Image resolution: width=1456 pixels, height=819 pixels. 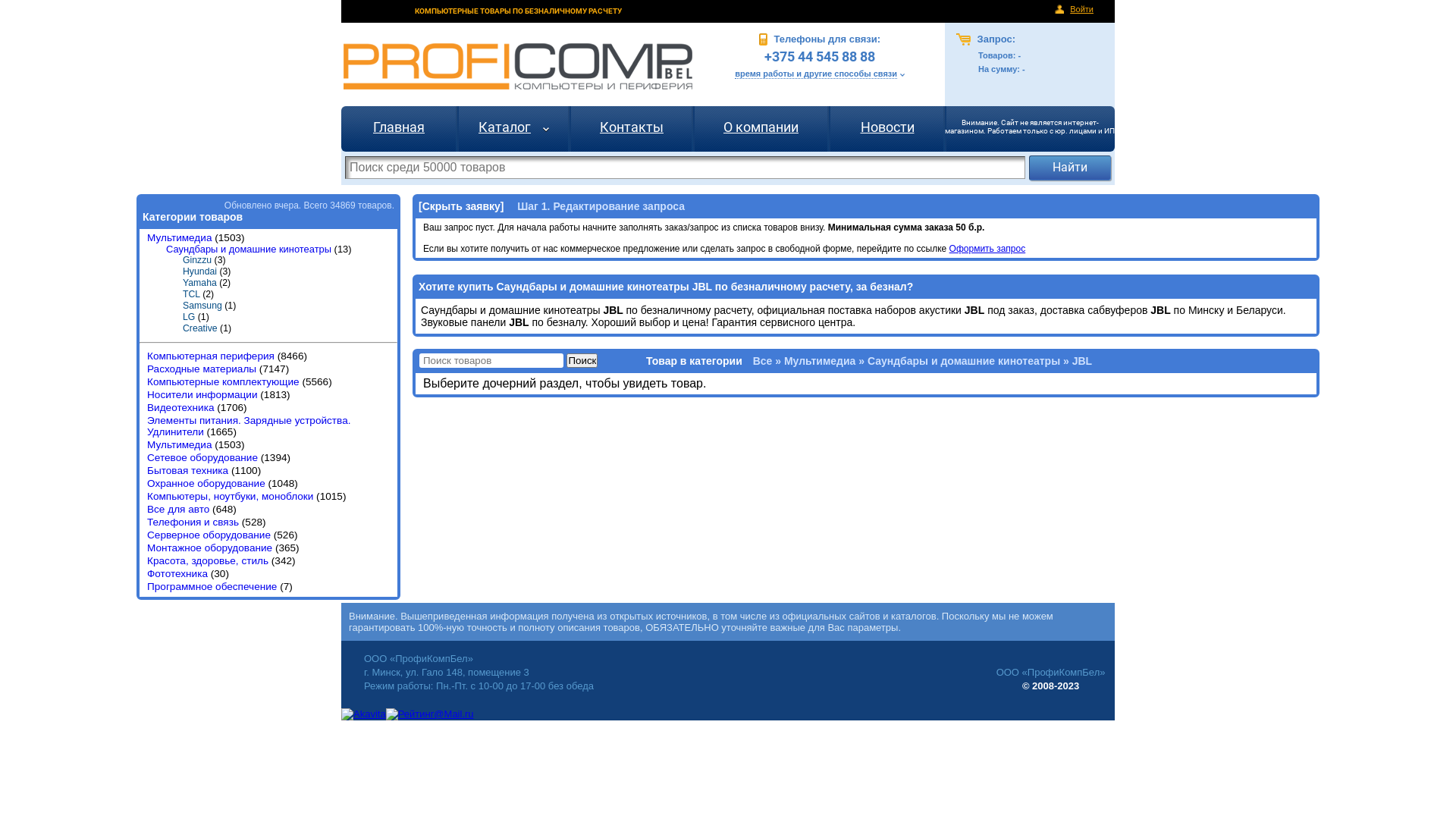 What do you see at coordinates (196, 259) in the screenshot?
I see `'Ginzzu'` at bounding box center [196, 259].